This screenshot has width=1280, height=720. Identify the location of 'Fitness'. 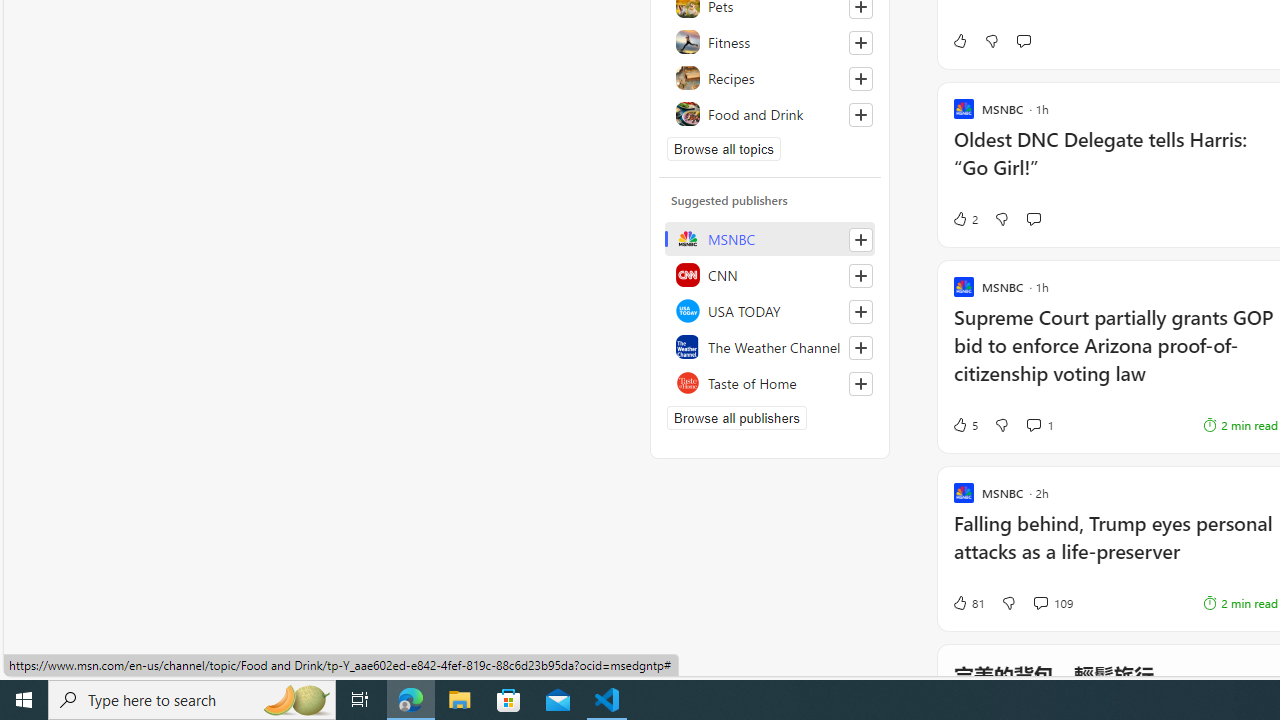
(769, 42).